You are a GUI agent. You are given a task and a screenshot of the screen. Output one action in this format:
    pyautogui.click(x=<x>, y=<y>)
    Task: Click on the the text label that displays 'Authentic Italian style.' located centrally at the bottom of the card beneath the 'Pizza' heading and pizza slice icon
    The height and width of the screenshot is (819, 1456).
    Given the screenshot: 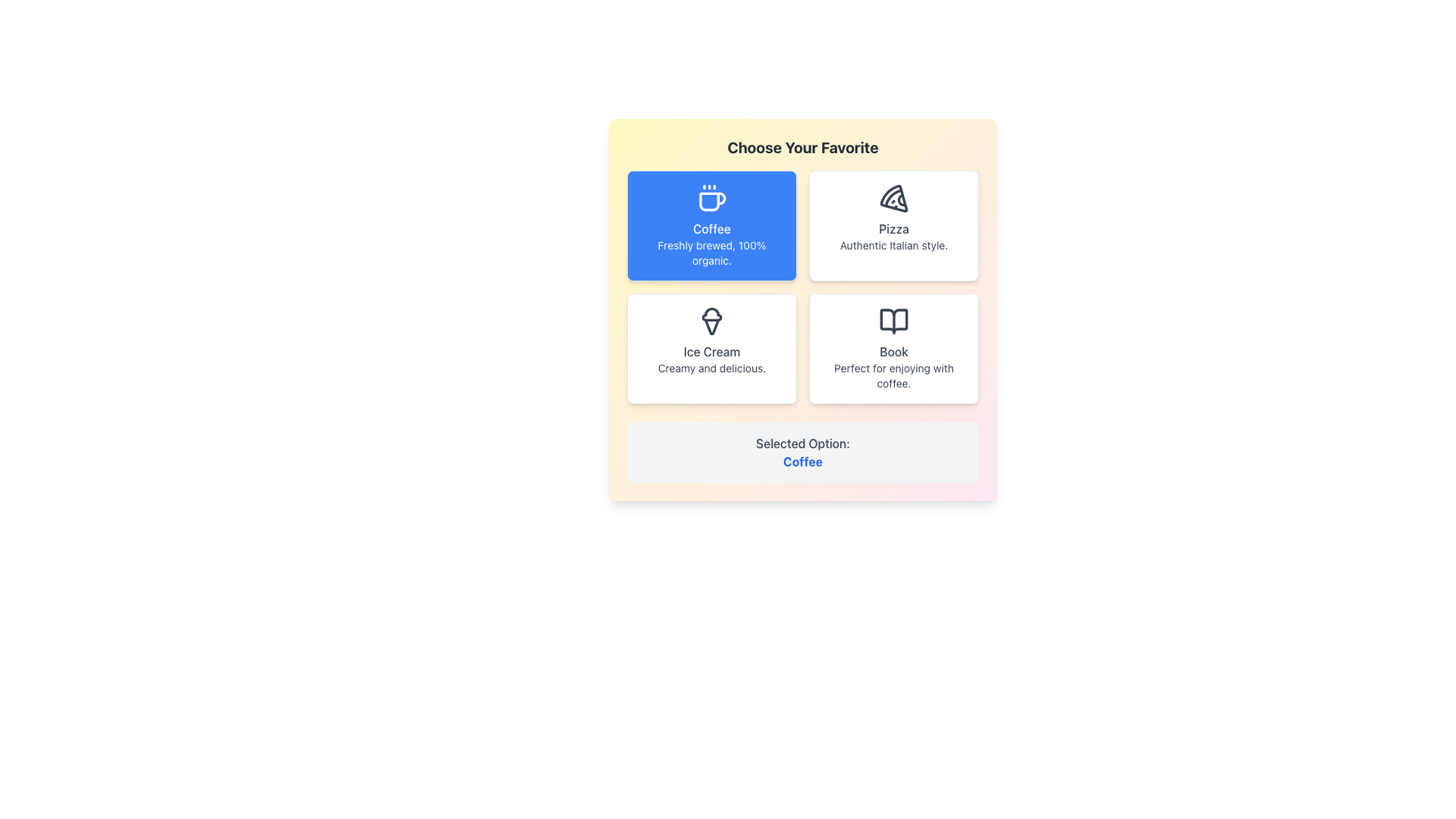 What is the action you would take?
    pyautogui.click(x=894, y=245)
    